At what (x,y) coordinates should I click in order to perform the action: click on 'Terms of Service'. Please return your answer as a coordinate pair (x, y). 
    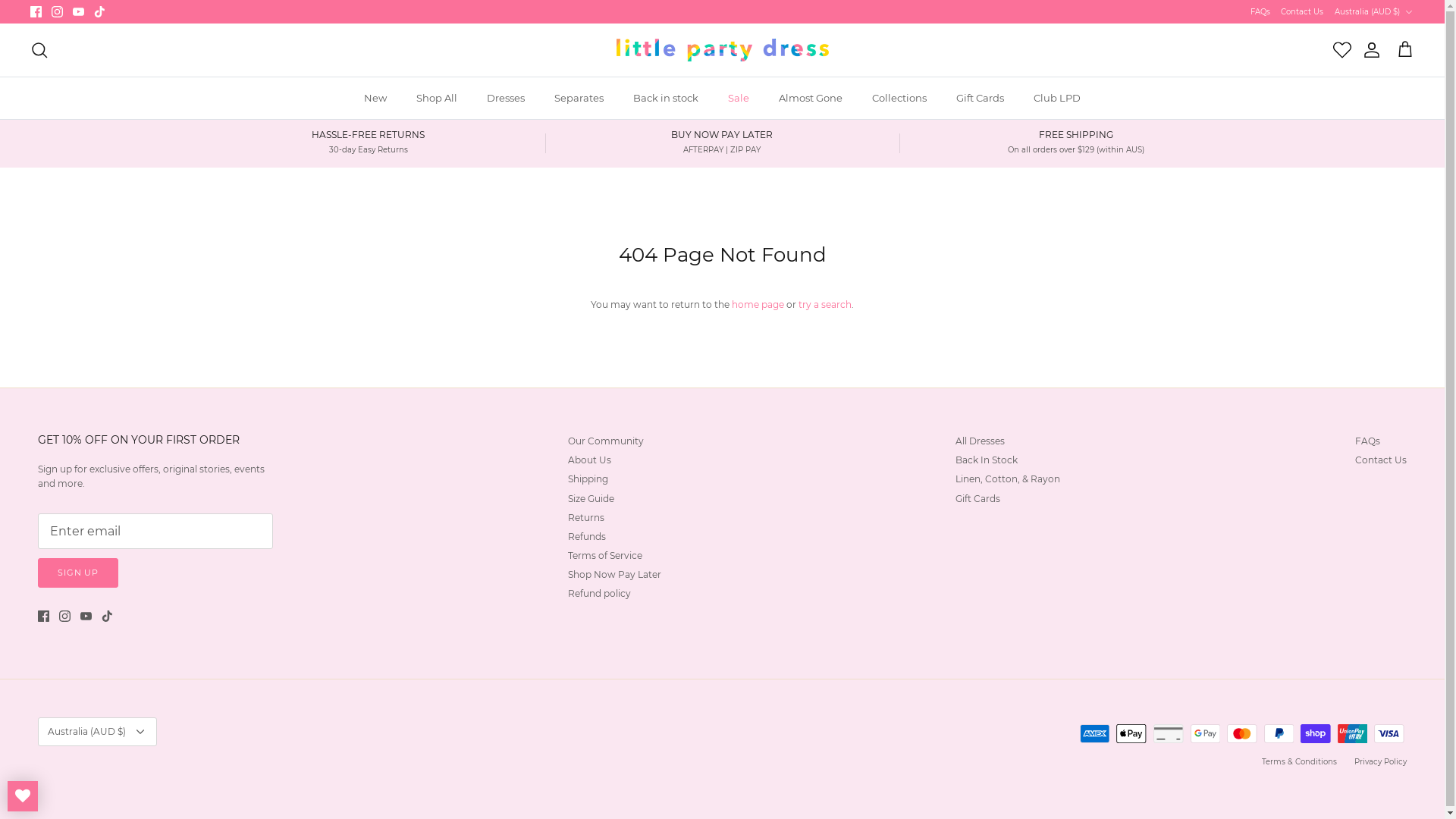
    Looking at the image, I should click on (604, 555).